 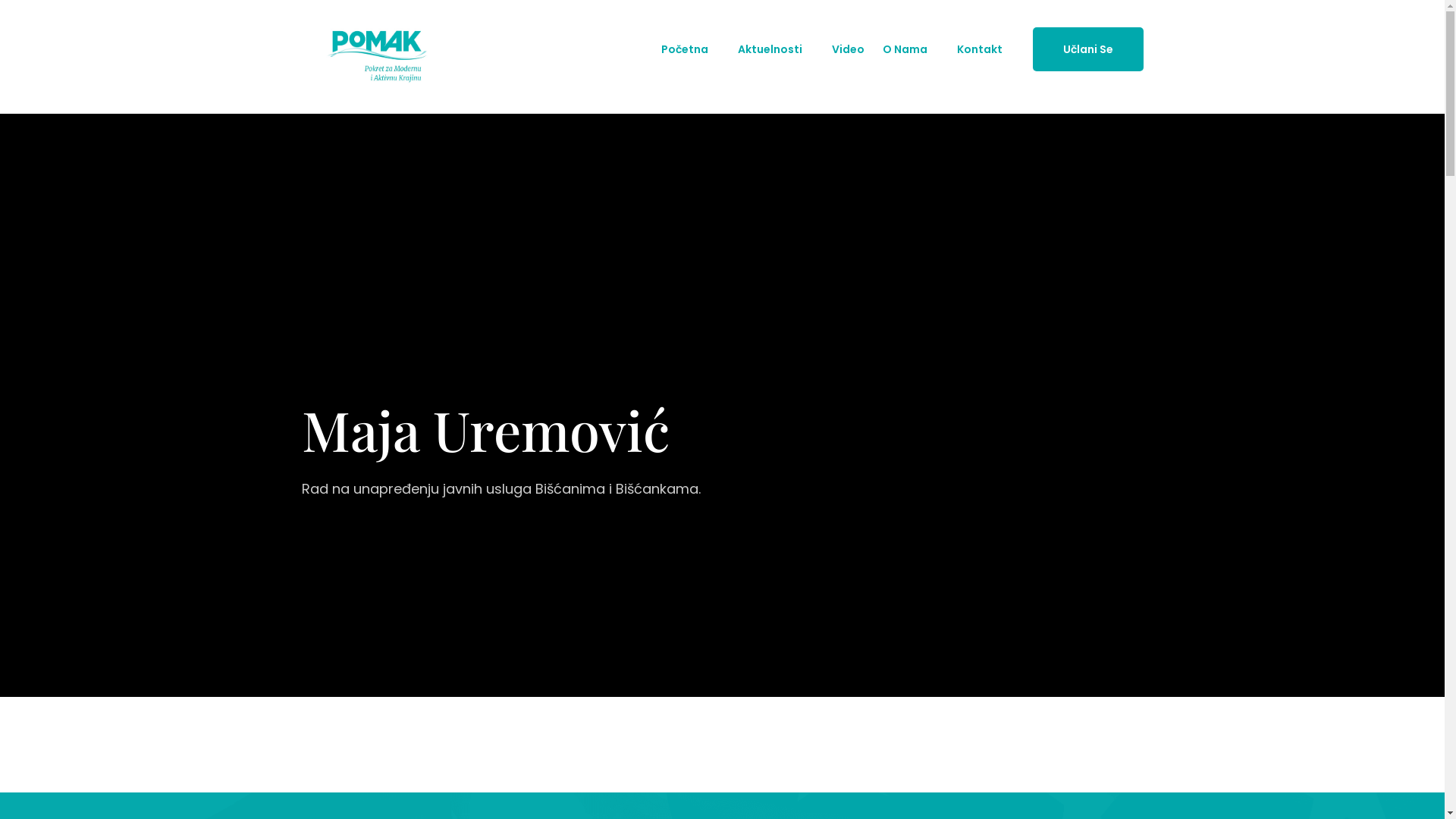 What do you see at coordinates (846, 49) in the screenshot?
I see `'Video'` at bounding box center [846, 49].